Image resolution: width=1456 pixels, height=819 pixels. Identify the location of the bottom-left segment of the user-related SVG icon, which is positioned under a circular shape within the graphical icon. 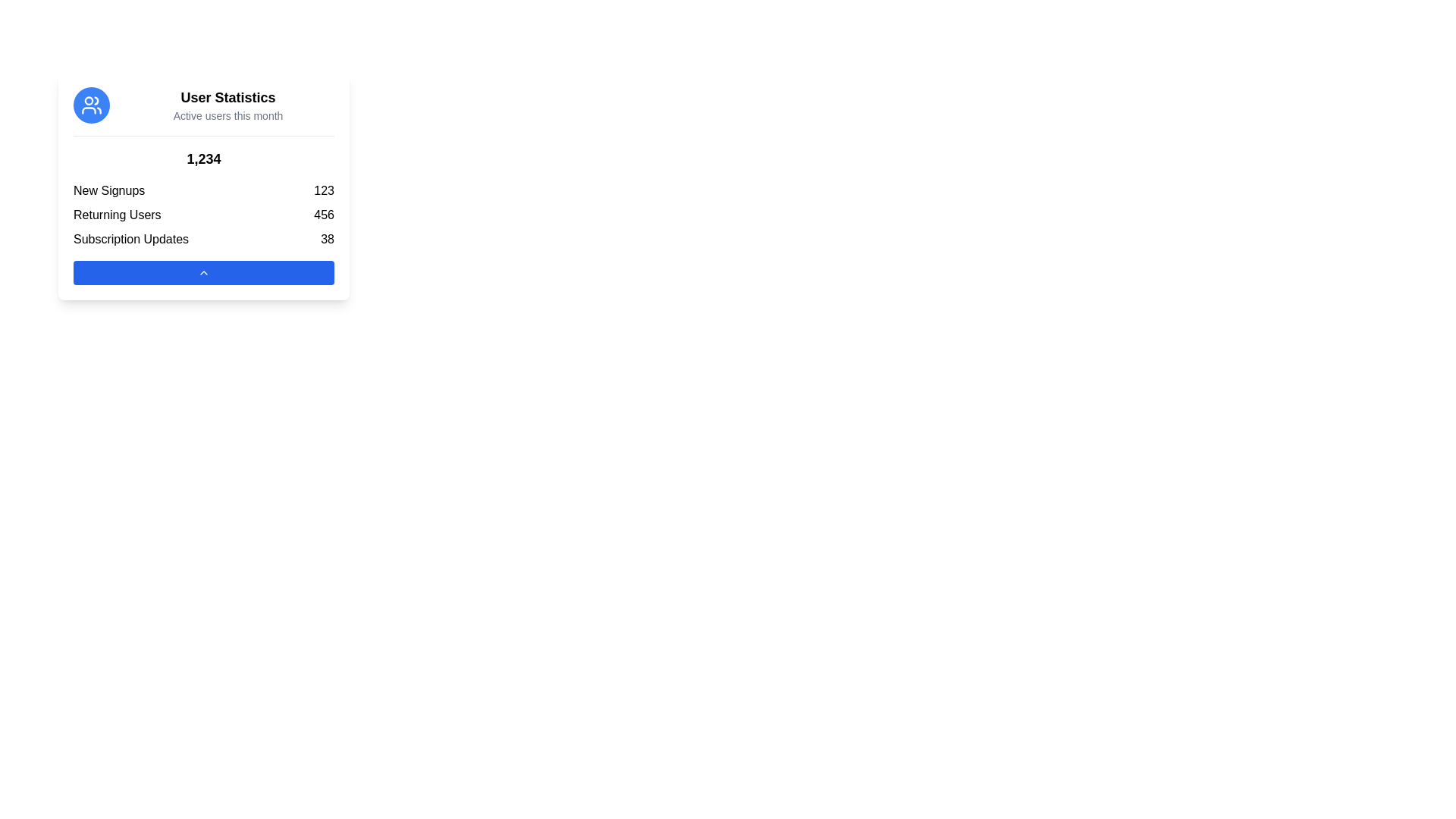
(88, 110).